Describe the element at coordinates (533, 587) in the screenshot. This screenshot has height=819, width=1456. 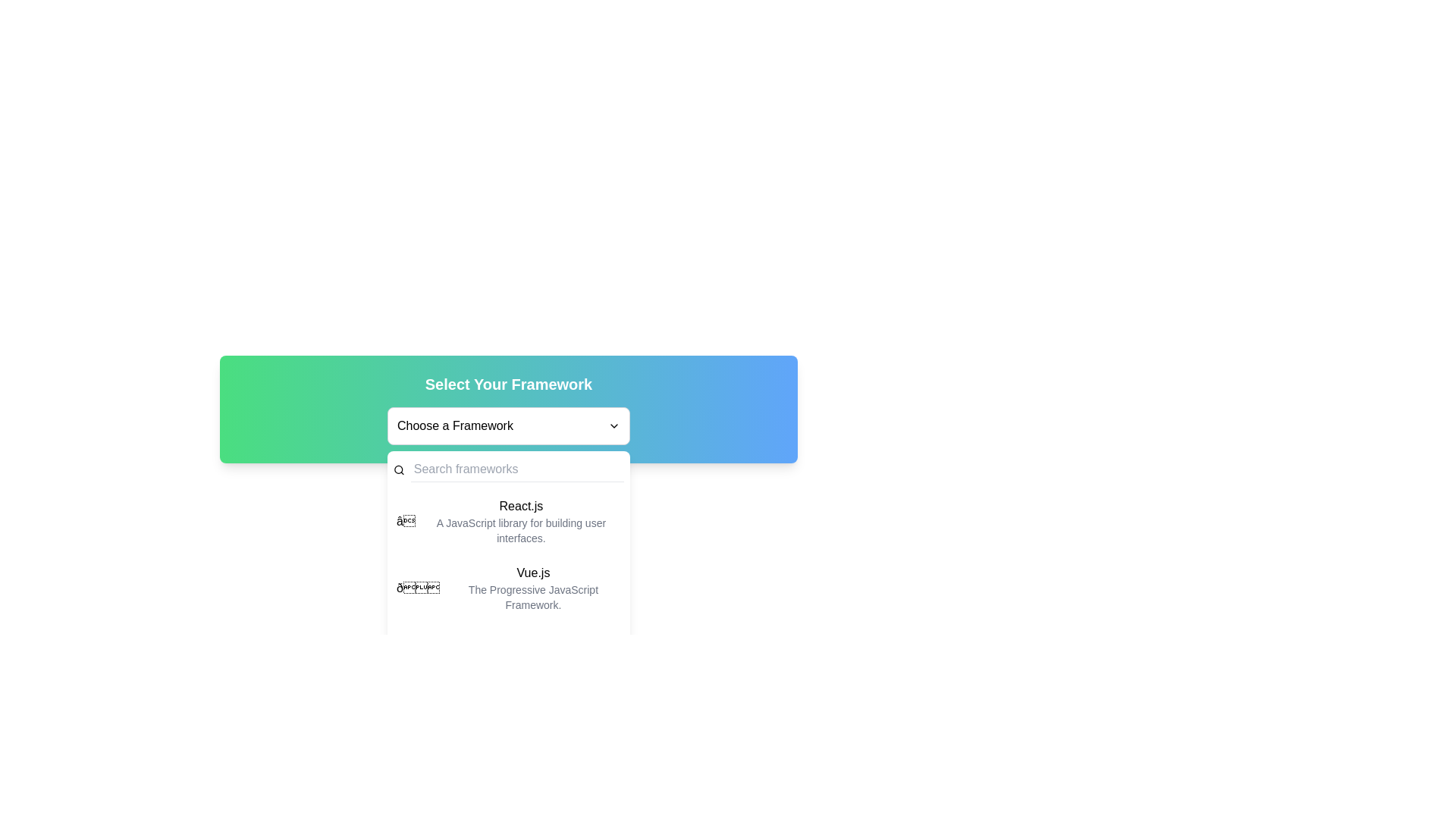
I see `the second entry in the 'Select Your Framework' dropdown menu, which represents the 'Vue.js' framework` at that location.